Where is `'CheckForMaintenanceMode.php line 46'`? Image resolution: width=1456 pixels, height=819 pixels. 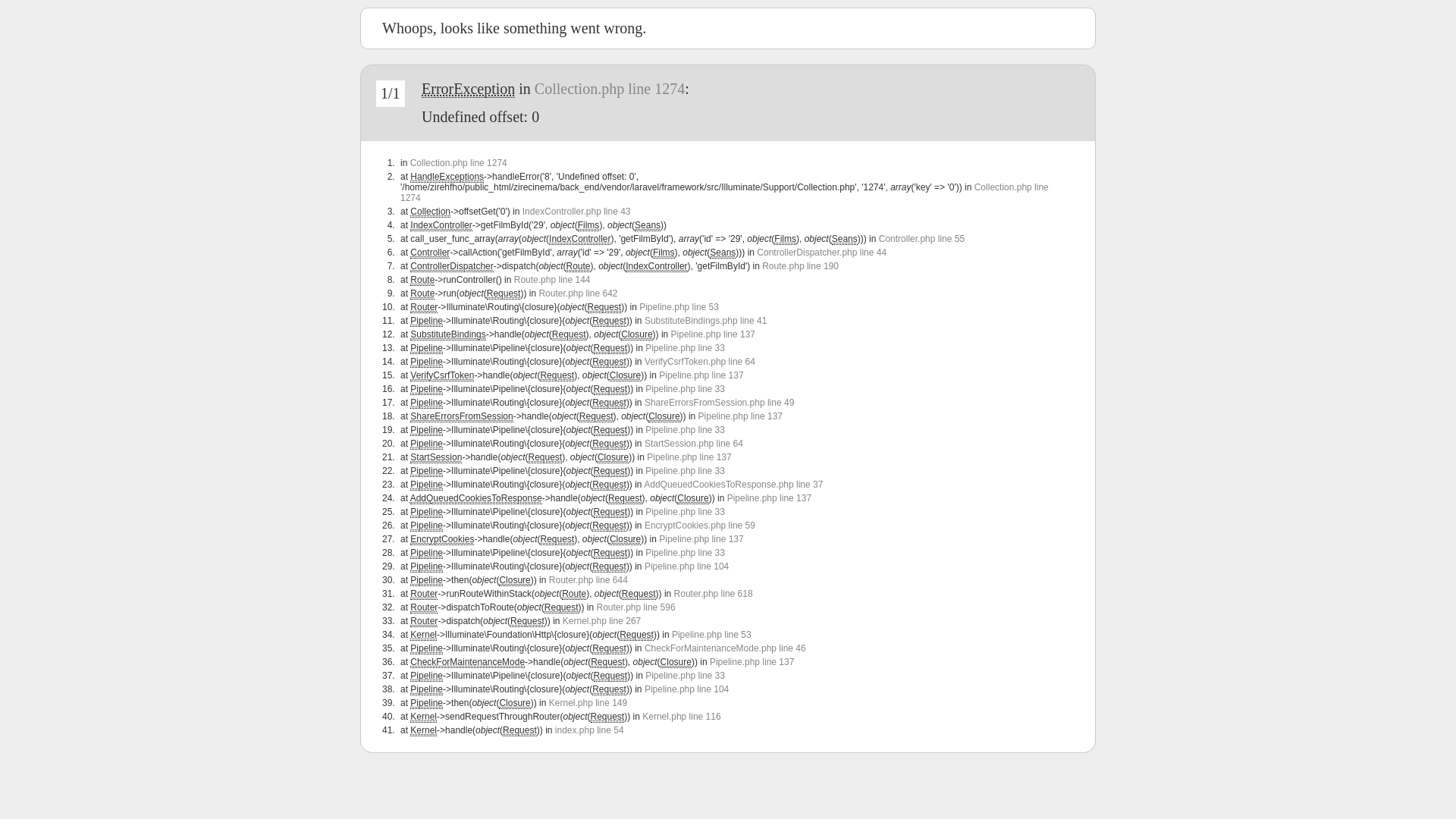
'CheckForMaintenanceMode.php line 46' is located at coordinates (724, 648).